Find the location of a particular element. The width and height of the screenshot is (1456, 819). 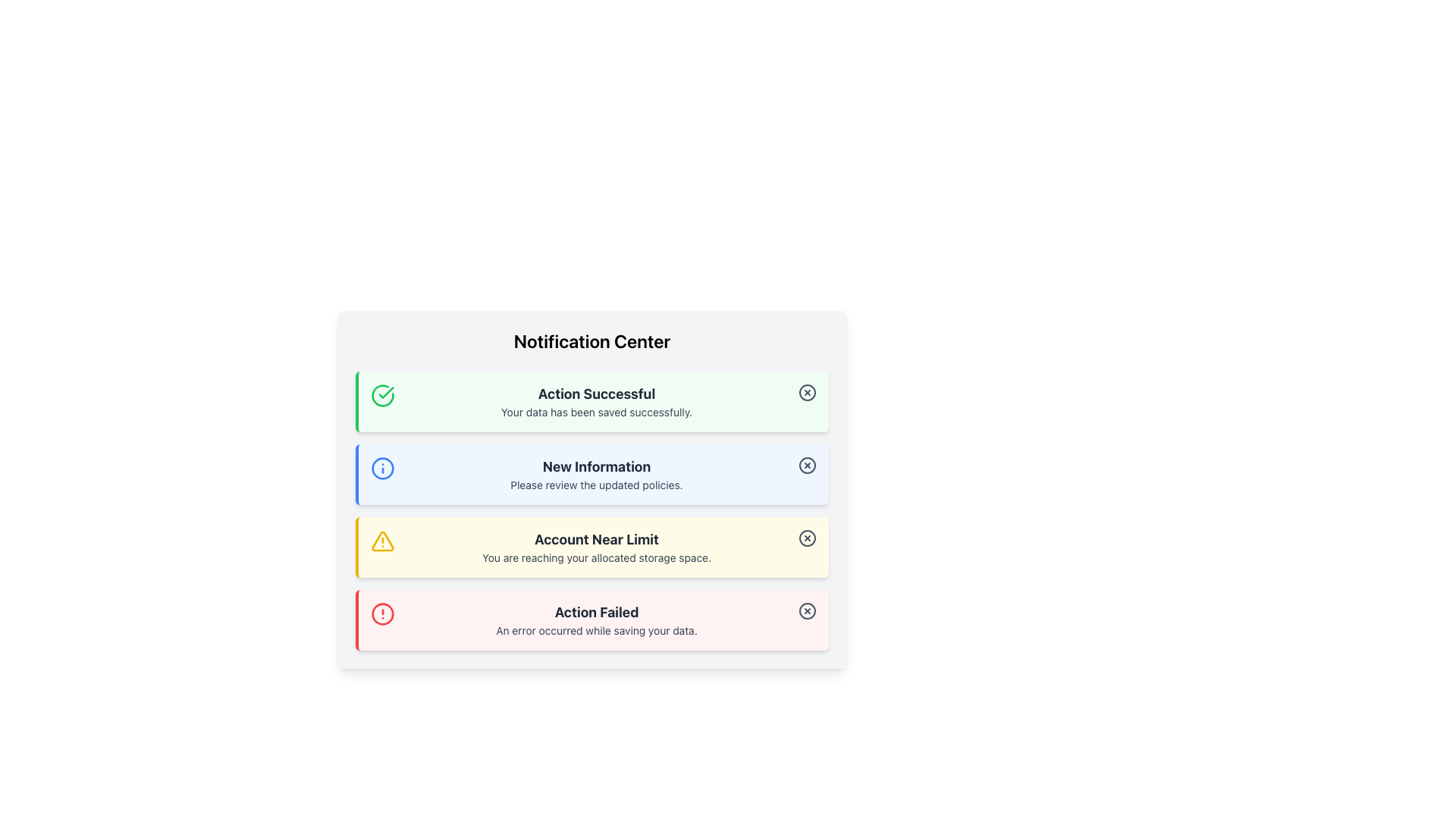

the close button for the 'New Information' notification is located at coordinates (807, 464).